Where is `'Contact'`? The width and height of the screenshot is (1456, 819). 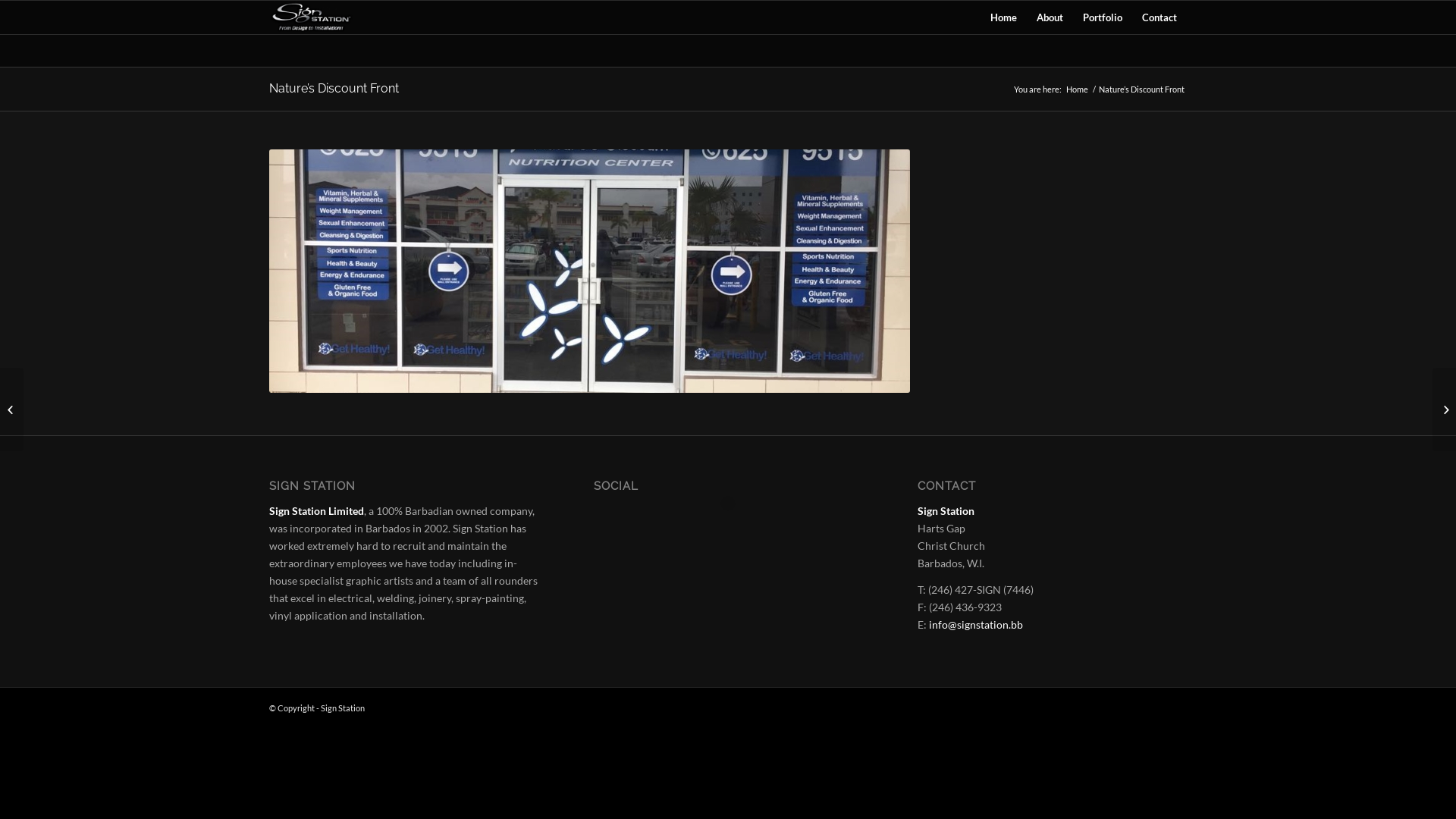
'Contact' is located at coordinates (1159, 17).